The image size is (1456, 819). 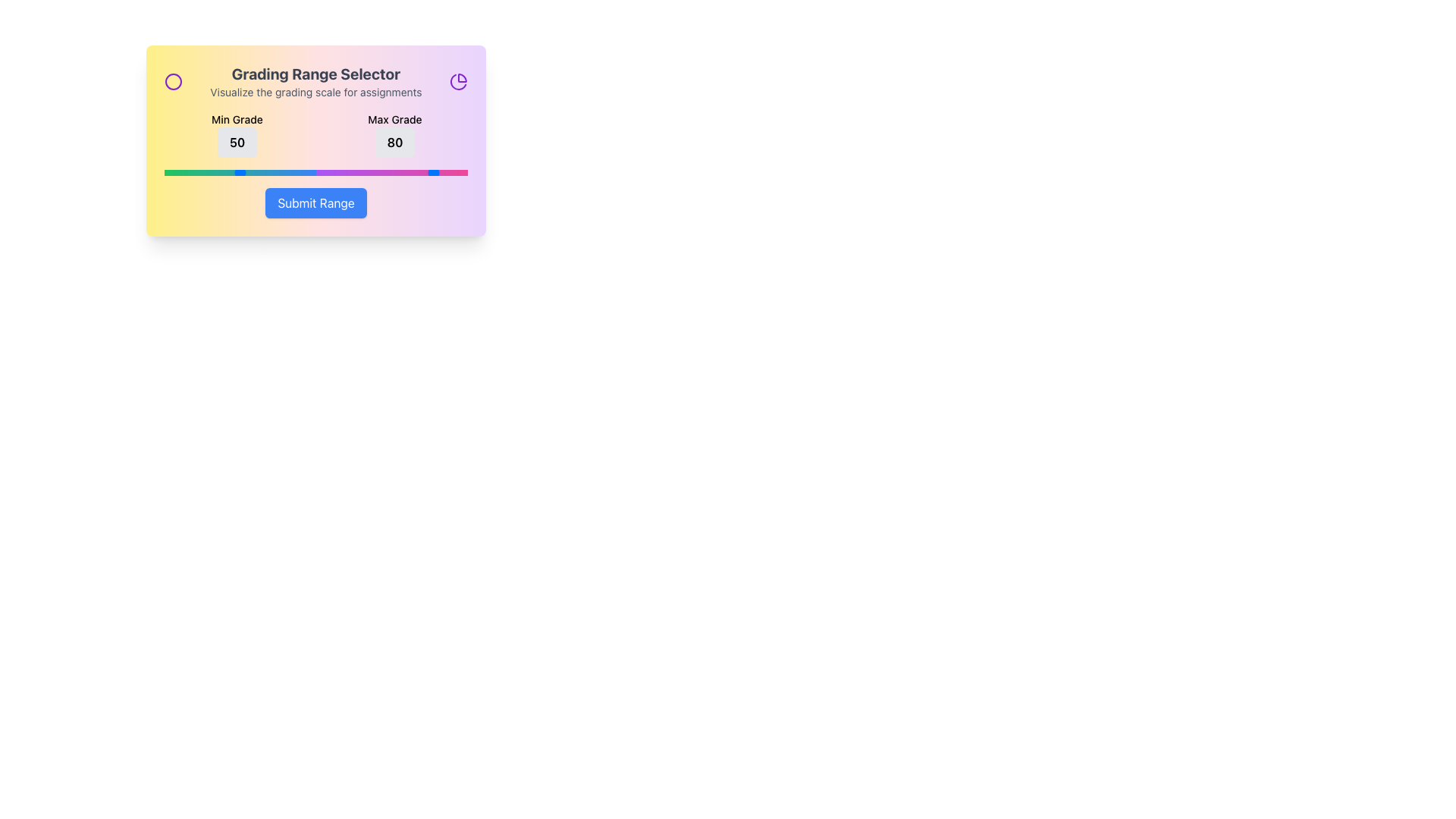 I want to click on the 'Grading Range Selector' text label, which is styled in bold, larger font and positioned at the top of a gradient card-like interface, so click(x=315, y=74).